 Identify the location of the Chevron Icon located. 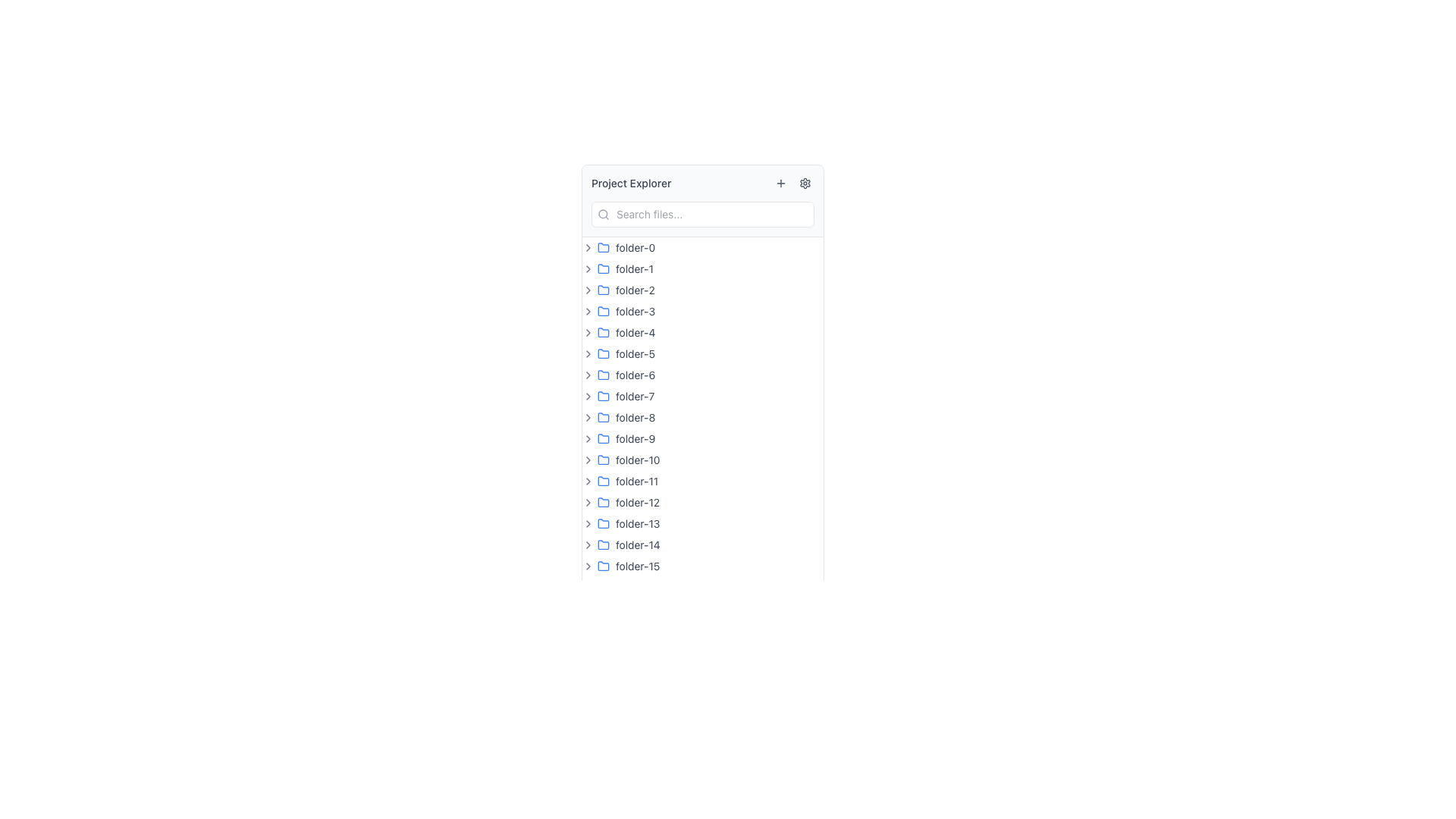
(588, 482).